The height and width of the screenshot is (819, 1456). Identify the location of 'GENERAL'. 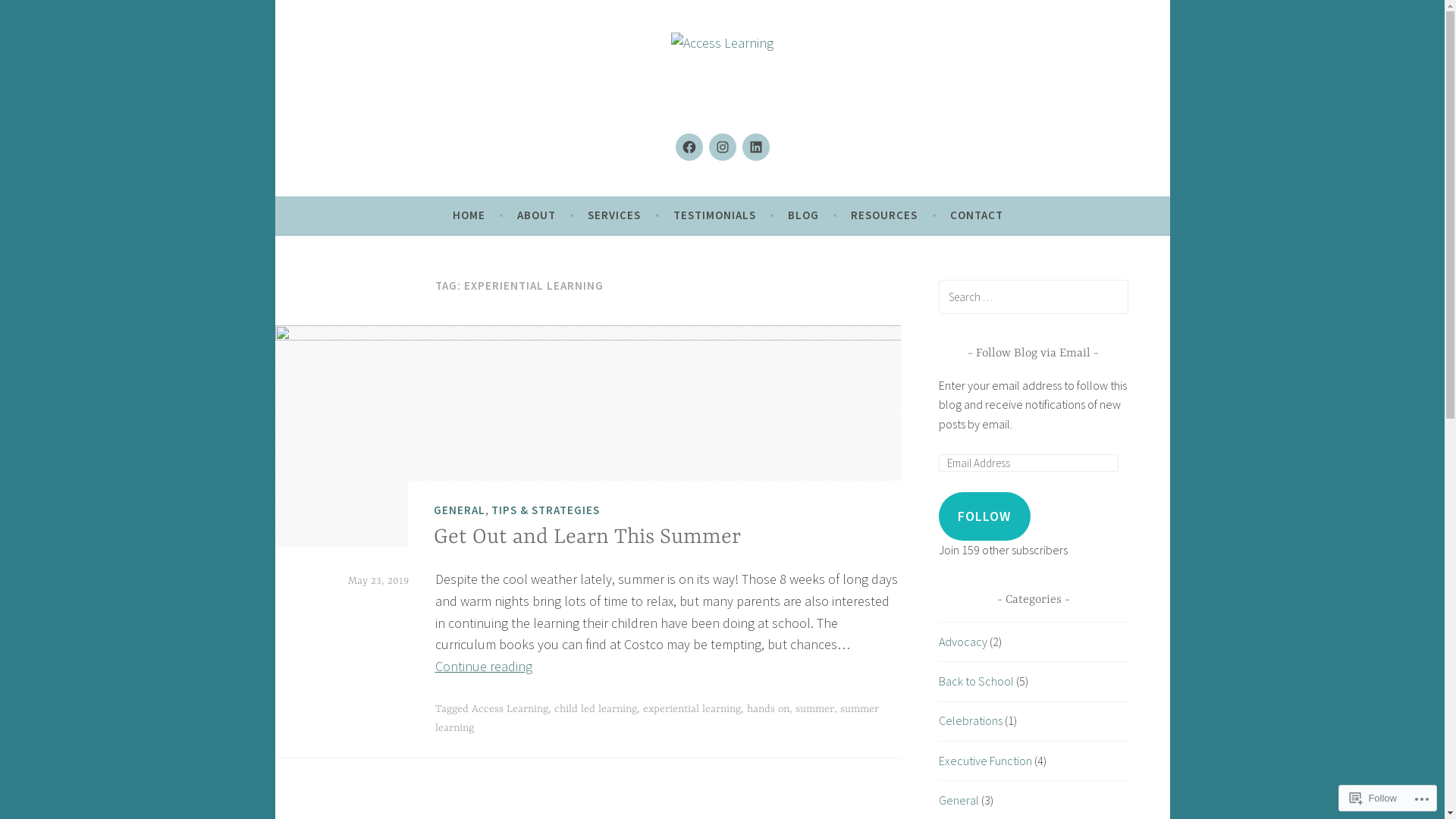
(458, 510).